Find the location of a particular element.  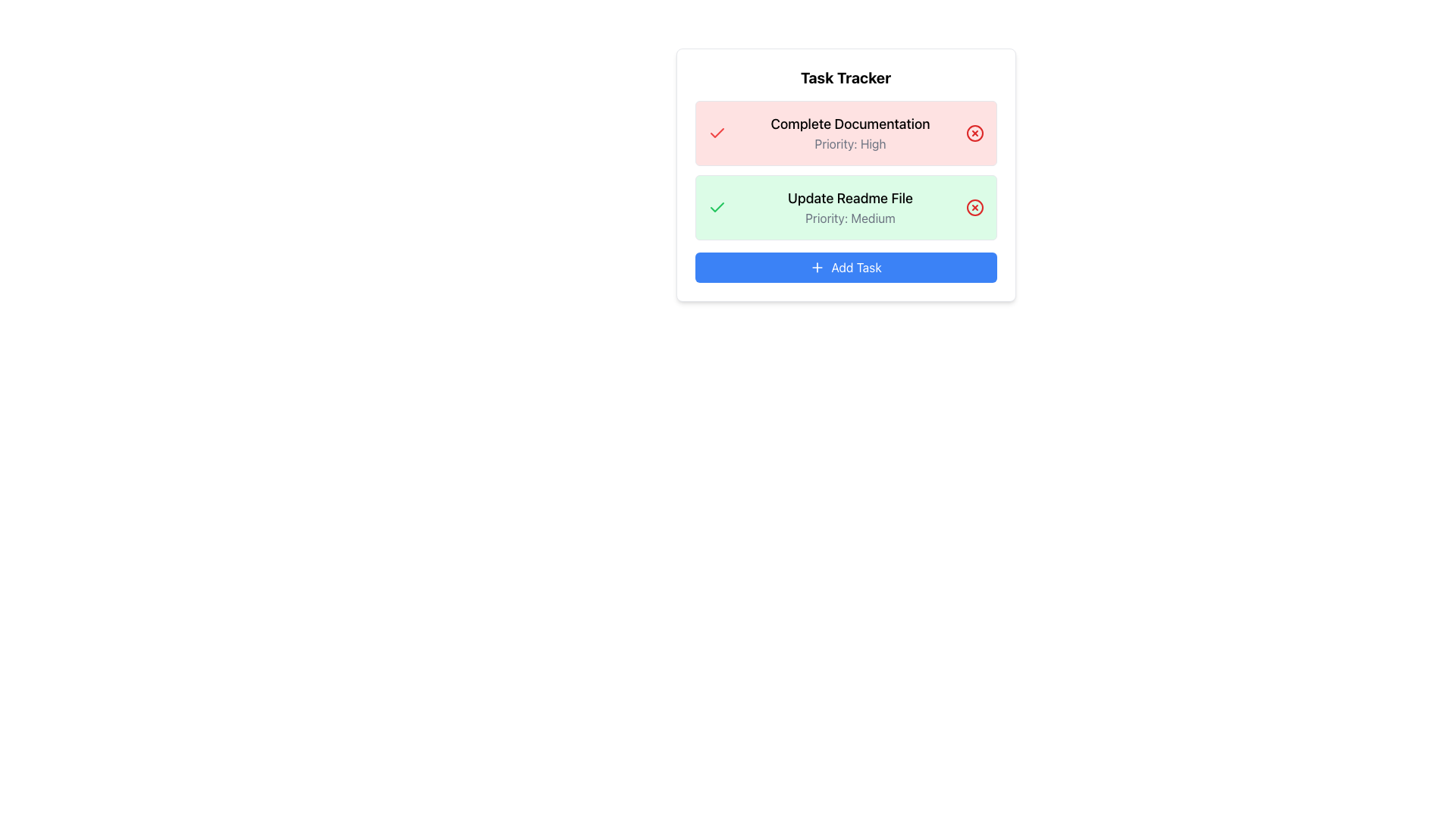

the button used to remove or close the task entry titled 'Update Readme File' with a priority of 'Medium' is located at coordinates (974, 207).